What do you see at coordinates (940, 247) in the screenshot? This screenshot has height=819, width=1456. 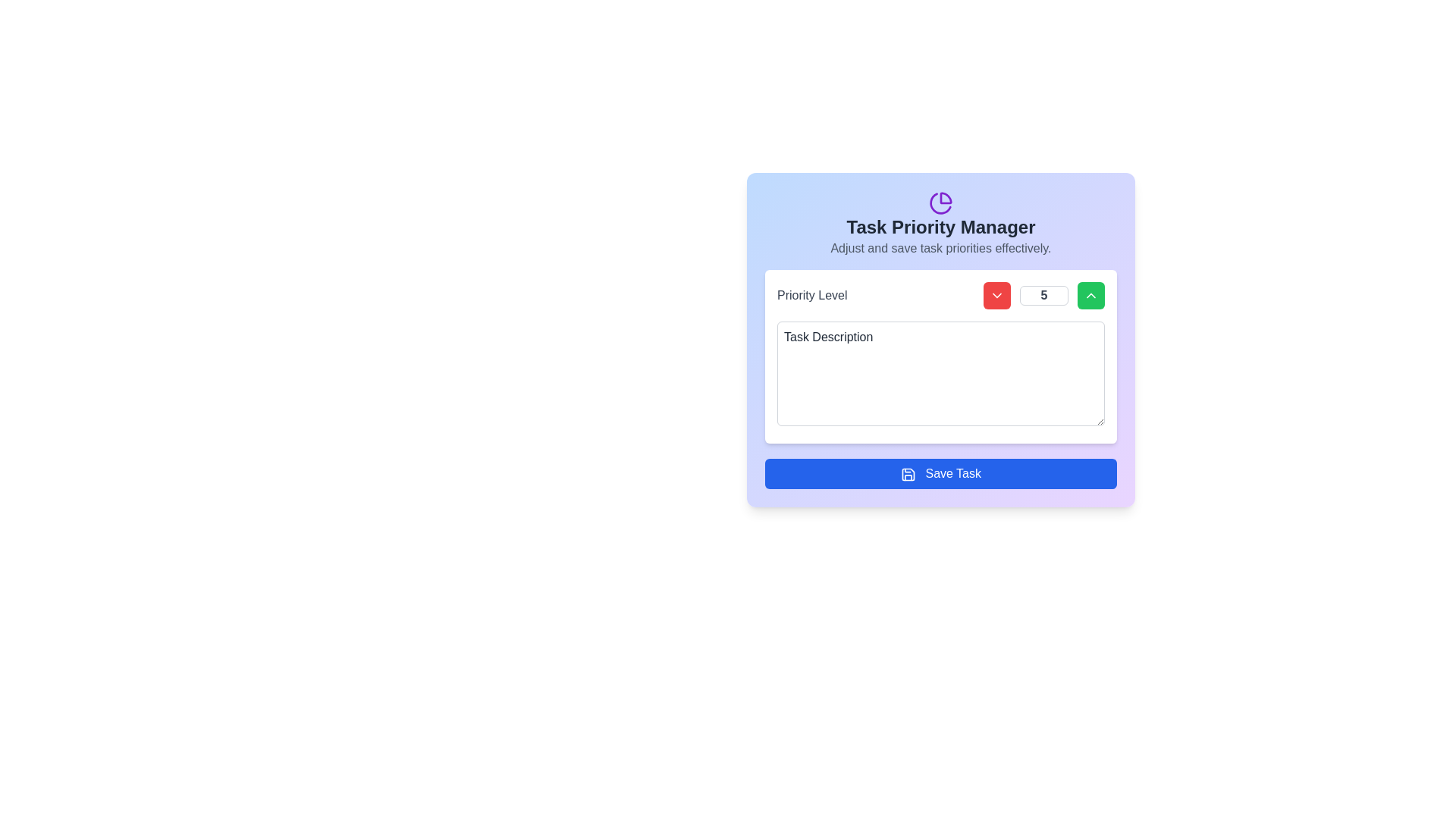 I see `the text element that reads 'Adjust and save task priorities effectively.' which is located below the 'Task Priority Manager' title` at bounding box center [940, 247].